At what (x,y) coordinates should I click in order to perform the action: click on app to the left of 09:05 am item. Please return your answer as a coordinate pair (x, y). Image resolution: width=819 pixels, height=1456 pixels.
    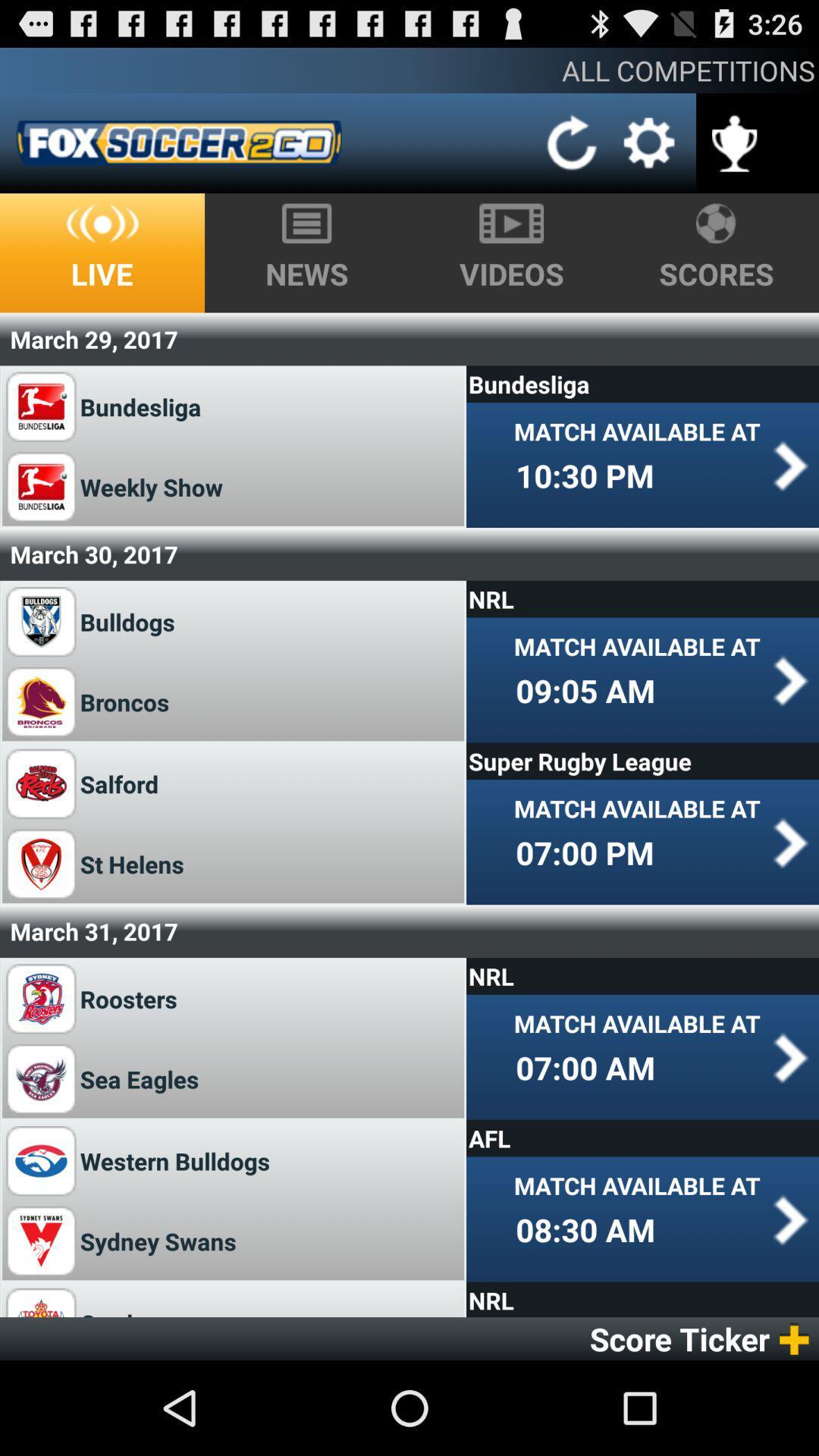
    Looking at the image, I should click on (127, 701).